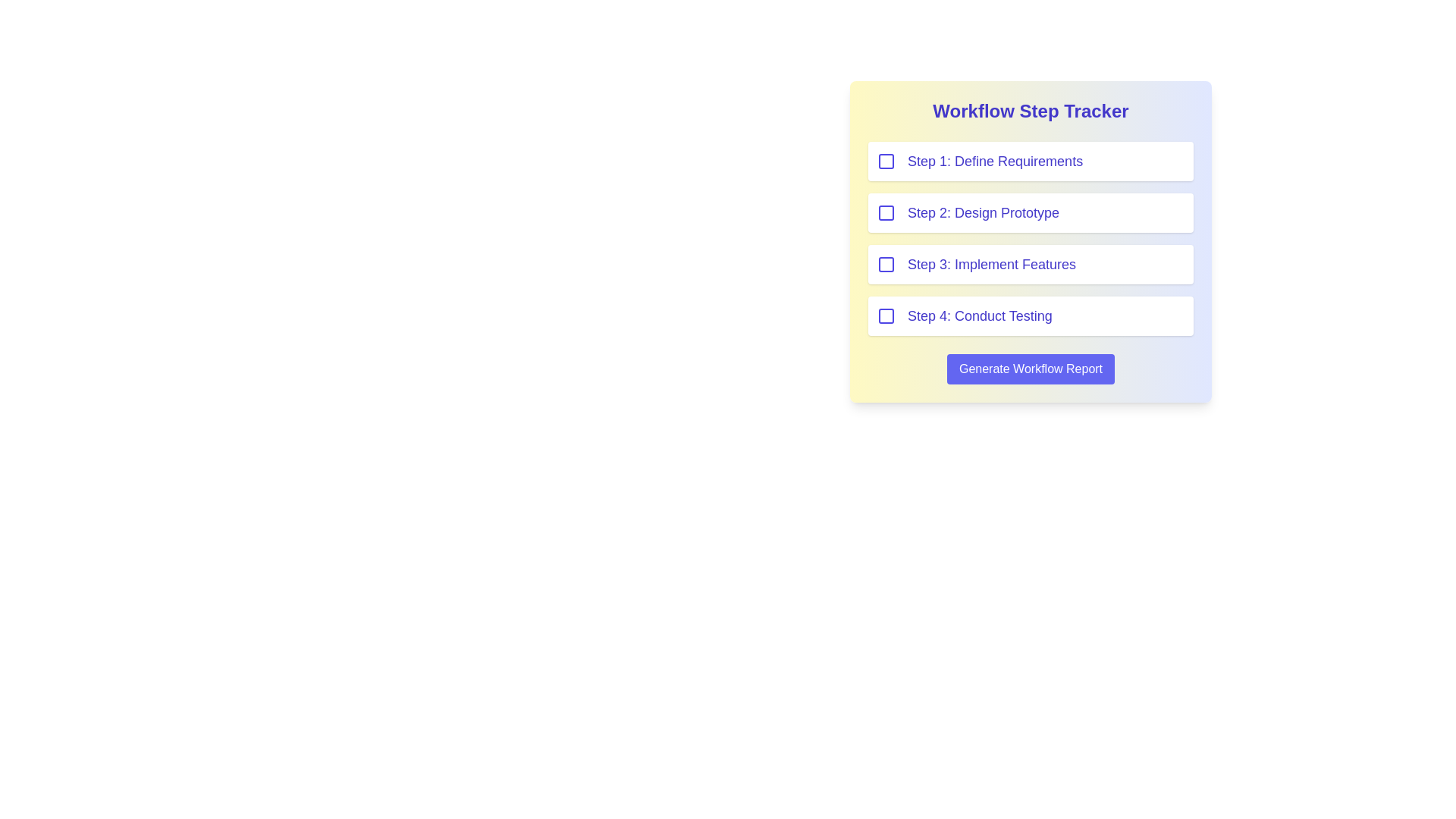 This screenshot has width=1456, height=819. Describe the element at coordinates (886, 315) in the screenshot. I see `the checkbox associated with the fourth step in the workflow tracker` at that location.